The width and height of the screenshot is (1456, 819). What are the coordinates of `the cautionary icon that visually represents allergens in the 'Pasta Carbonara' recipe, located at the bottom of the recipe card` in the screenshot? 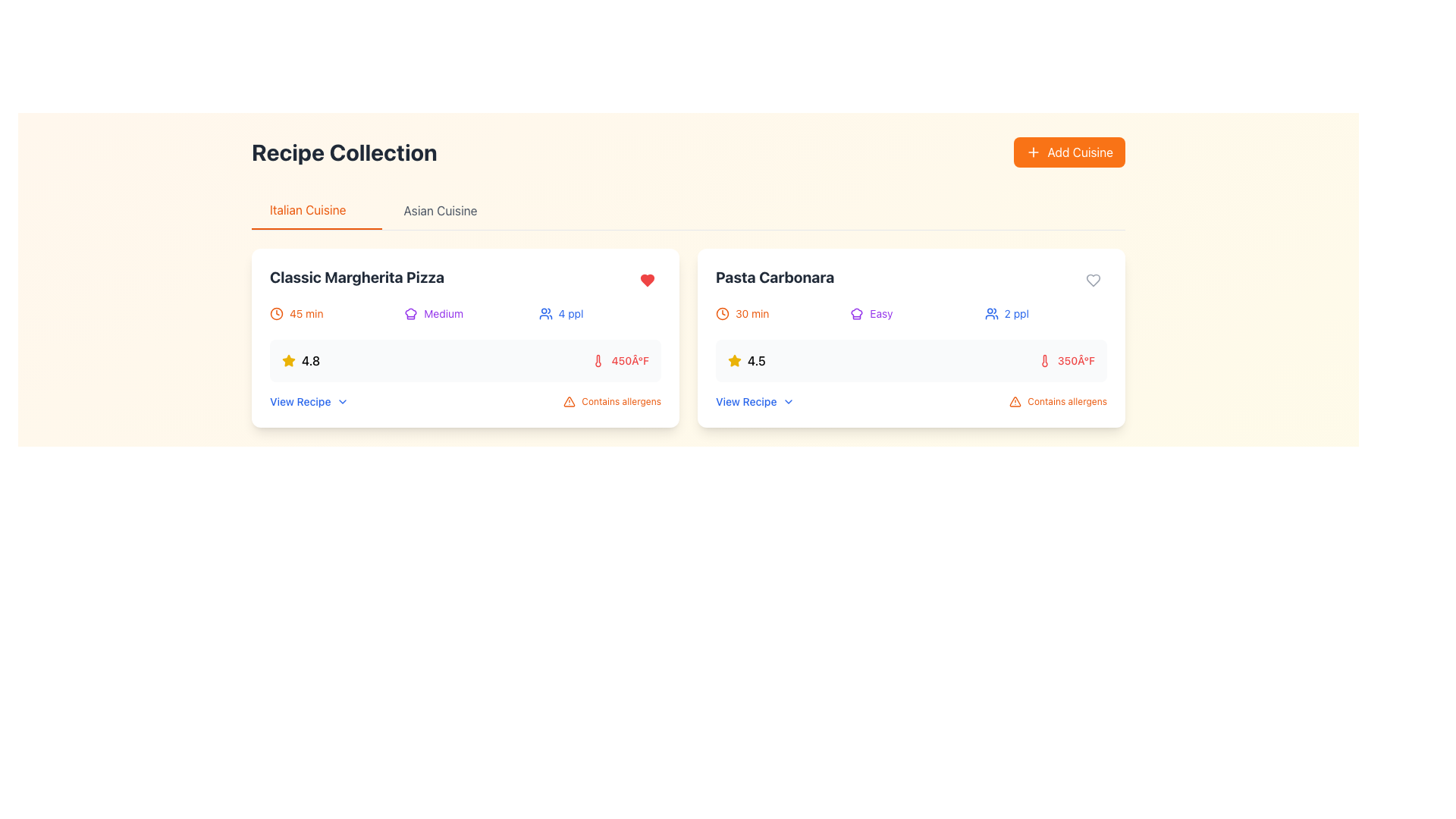 It's located at (1015, 400).